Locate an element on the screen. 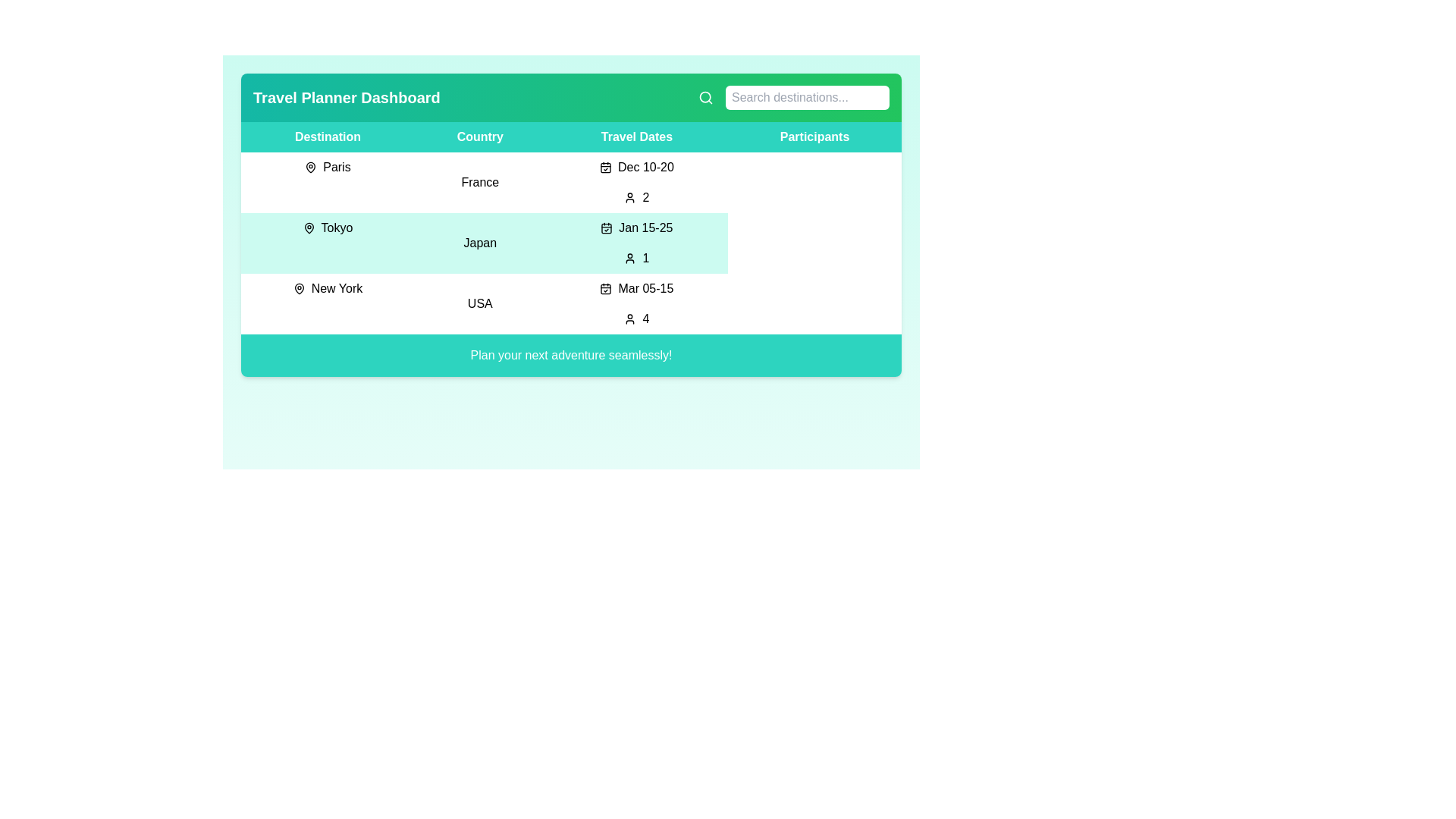 The image size is (1456, 819). the 'Travel Dates' header cell in the table, which is the third cell in the header row, to interact with it is located at coordinates (637, 137).